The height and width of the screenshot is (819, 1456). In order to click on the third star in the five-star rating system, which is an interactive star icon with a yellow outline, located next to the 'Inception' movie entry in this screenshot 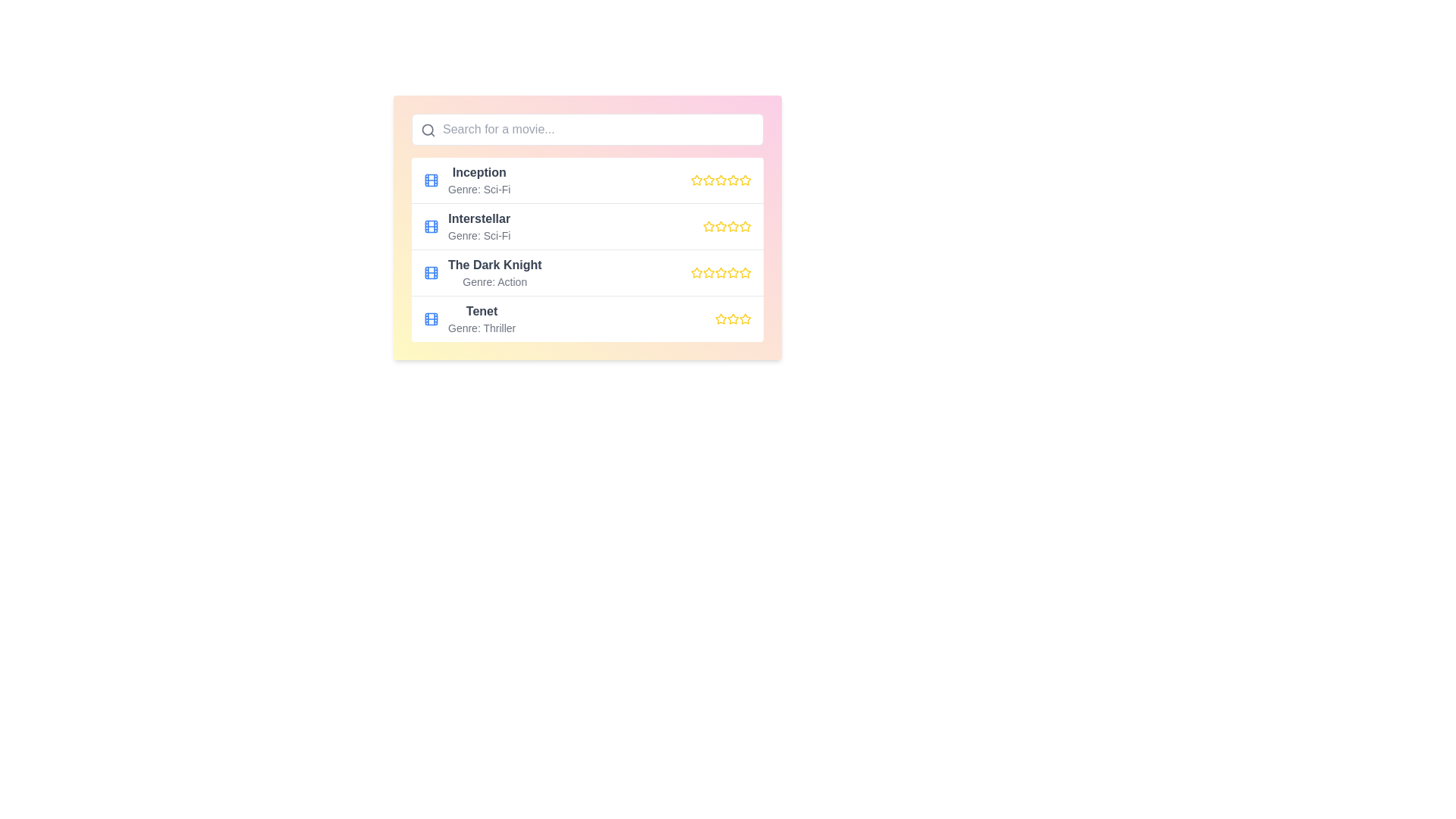, I will do `click(708, 180)`.